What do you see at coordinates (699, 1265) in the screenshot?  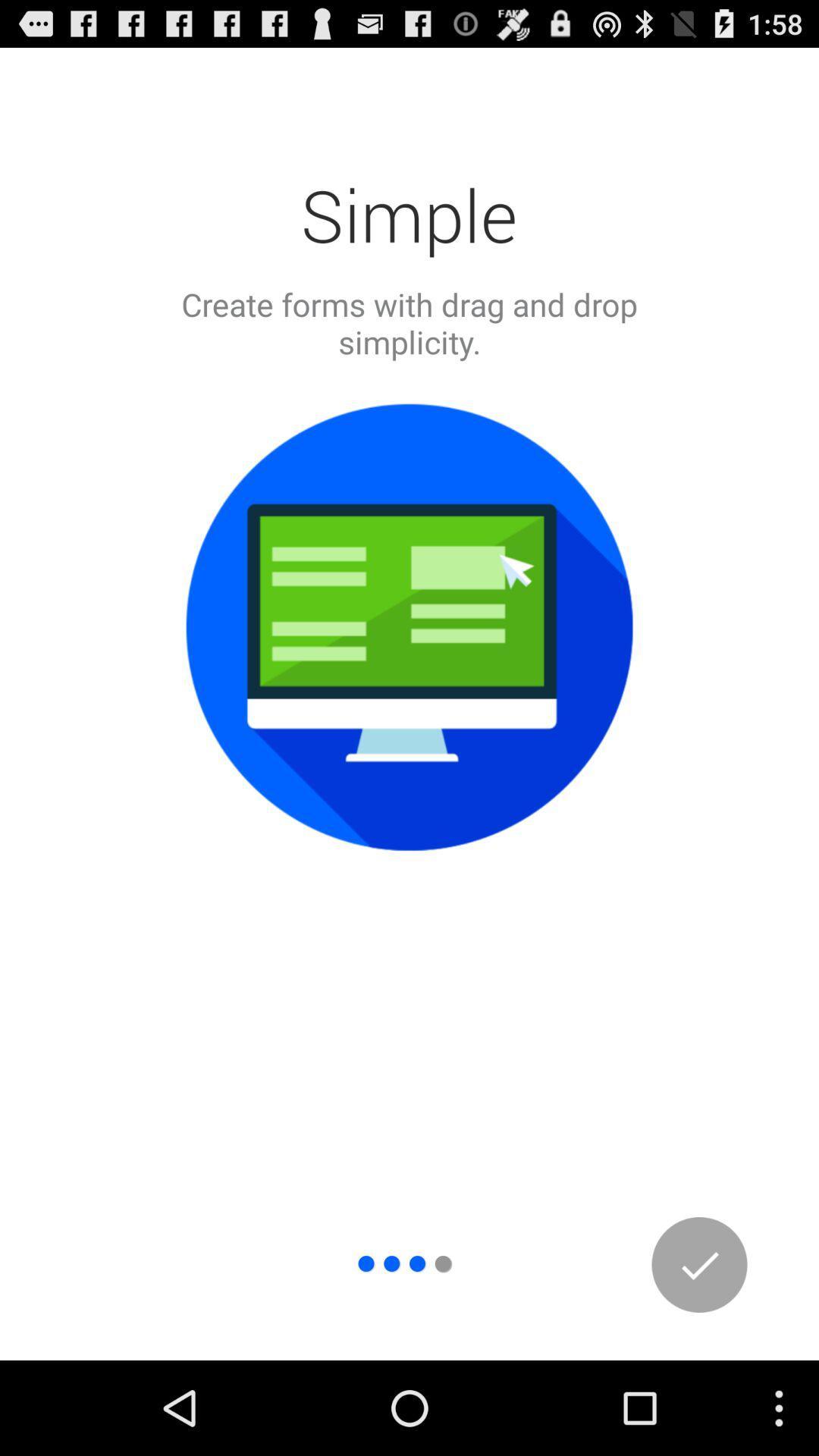 I see `item at the bottom right corner` at bounding box center [699, 1265].